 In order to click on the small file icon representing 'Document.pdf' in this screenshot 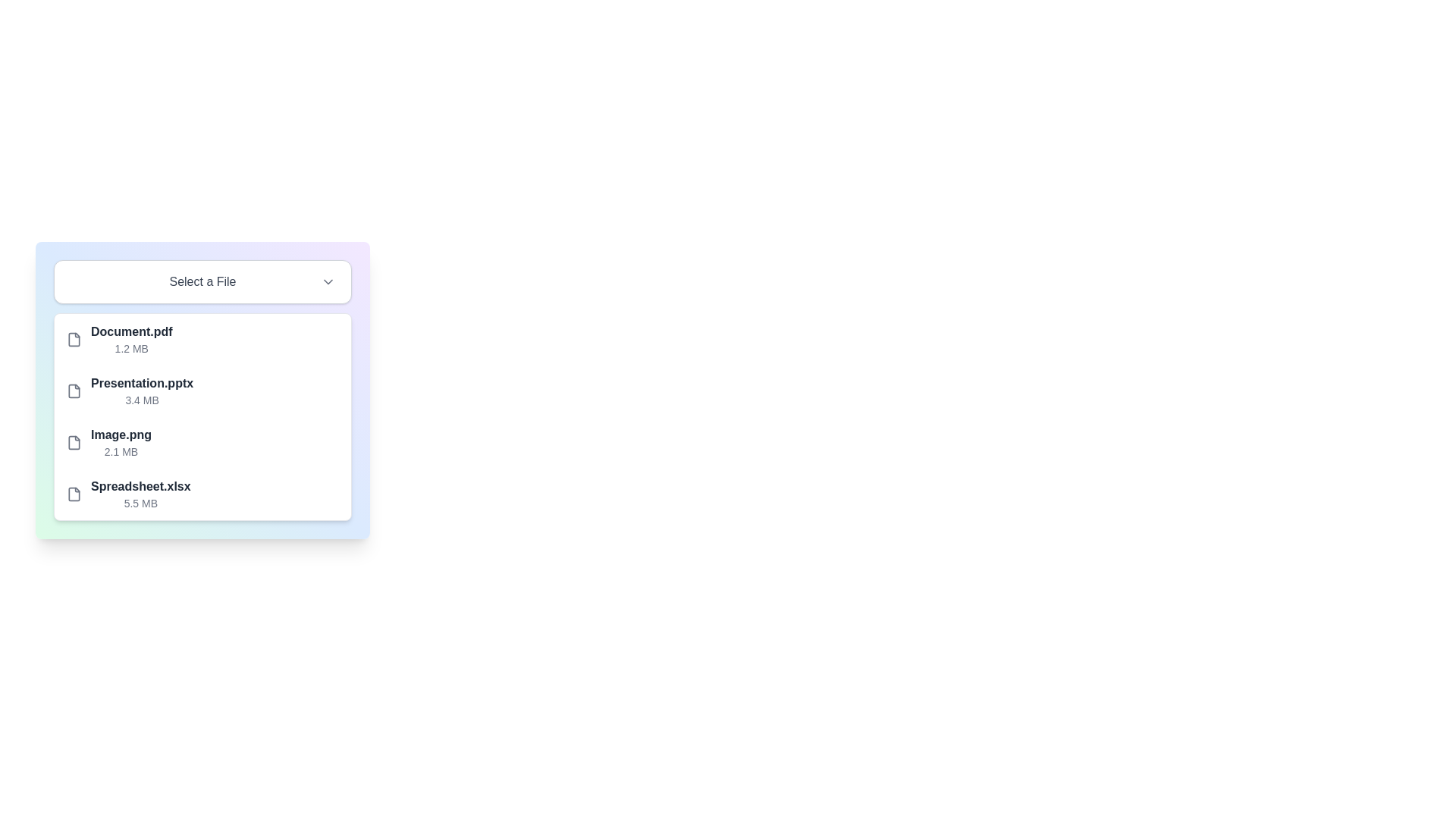, I will do `click(73, 338)`.